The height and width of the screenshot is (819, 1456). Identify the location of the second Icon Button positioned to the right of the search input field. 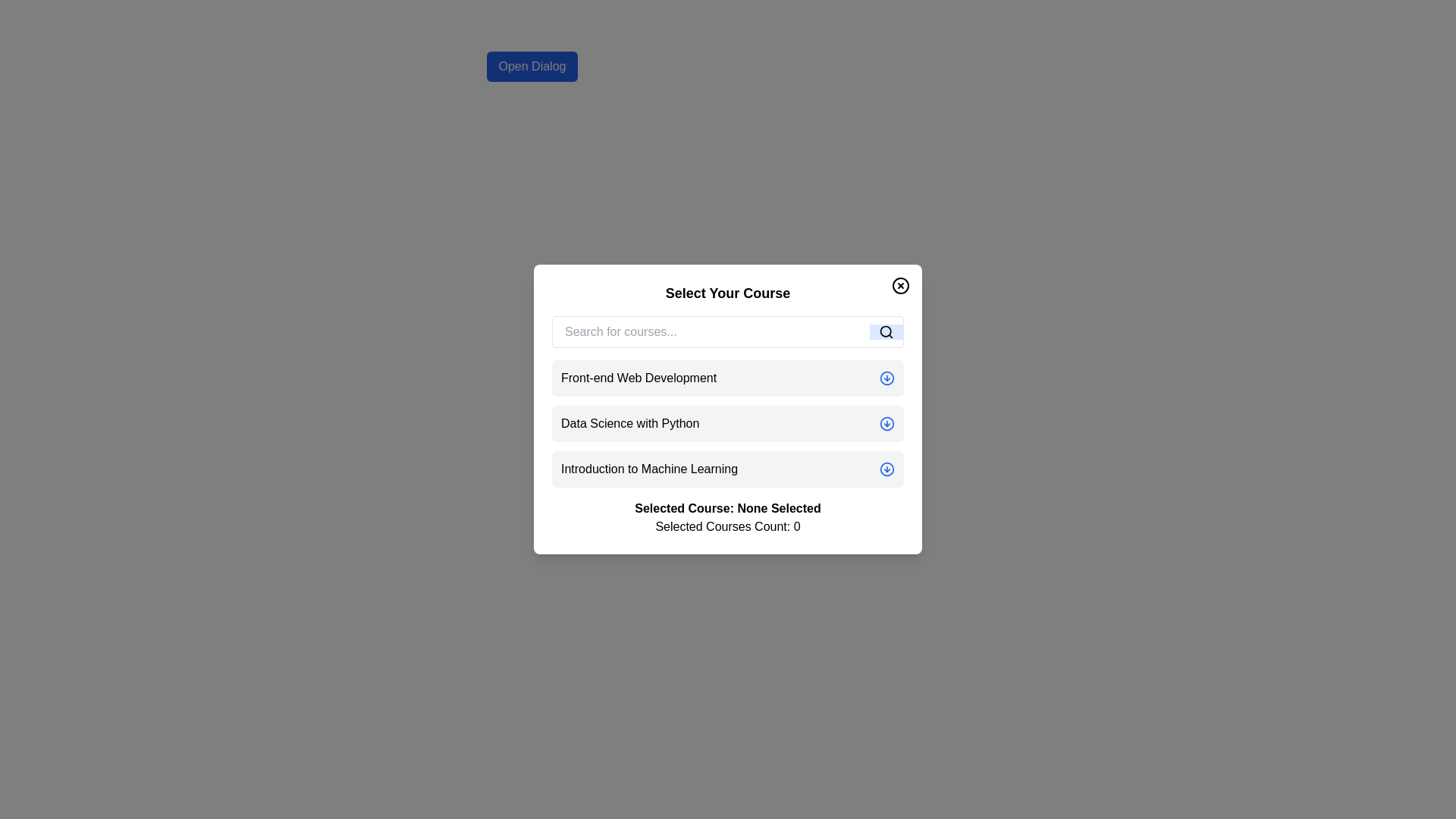
(886, 331).